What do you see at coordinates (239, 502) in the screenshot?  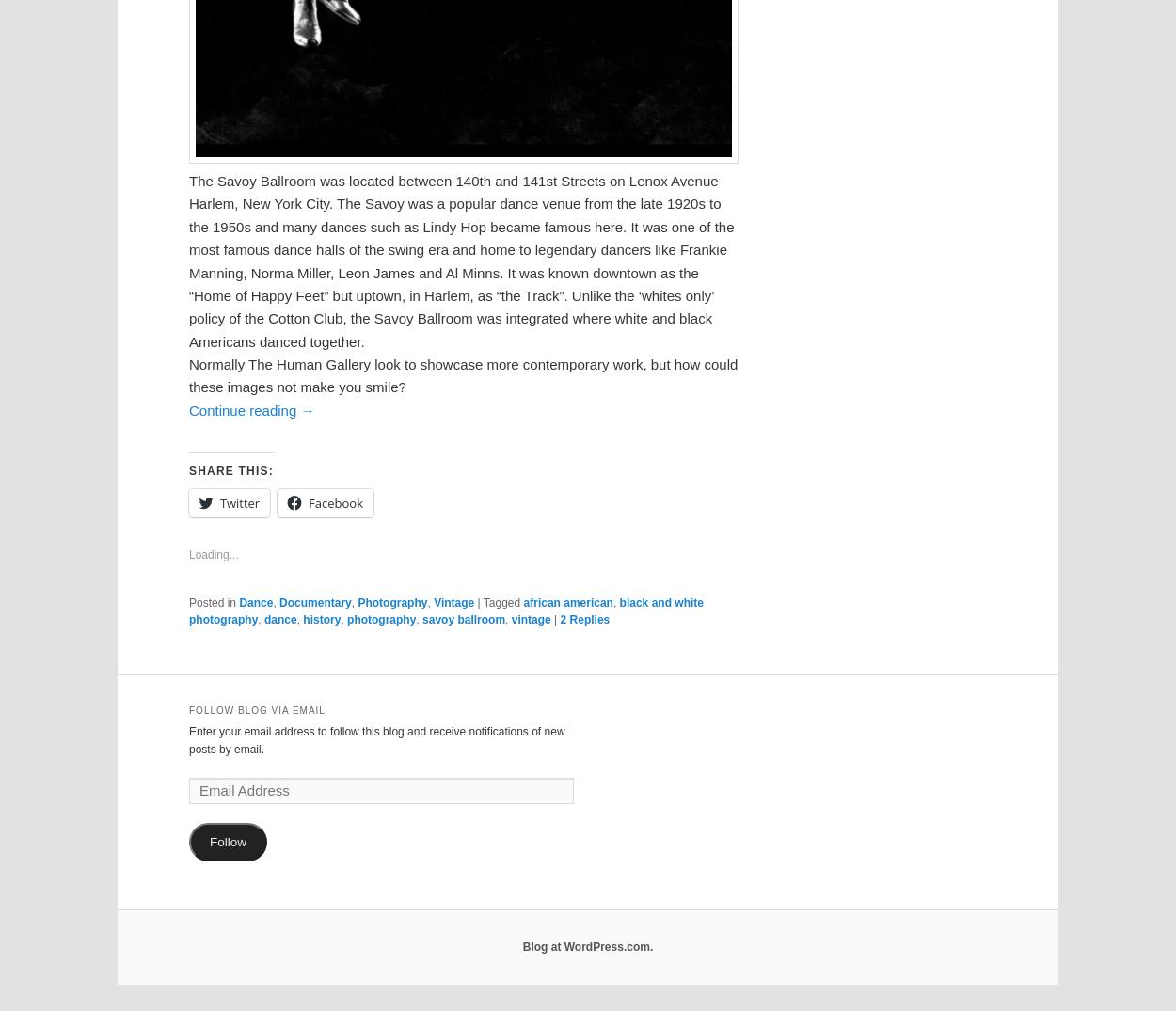 I see `'Twitter'` at bounding box center [239, 502].